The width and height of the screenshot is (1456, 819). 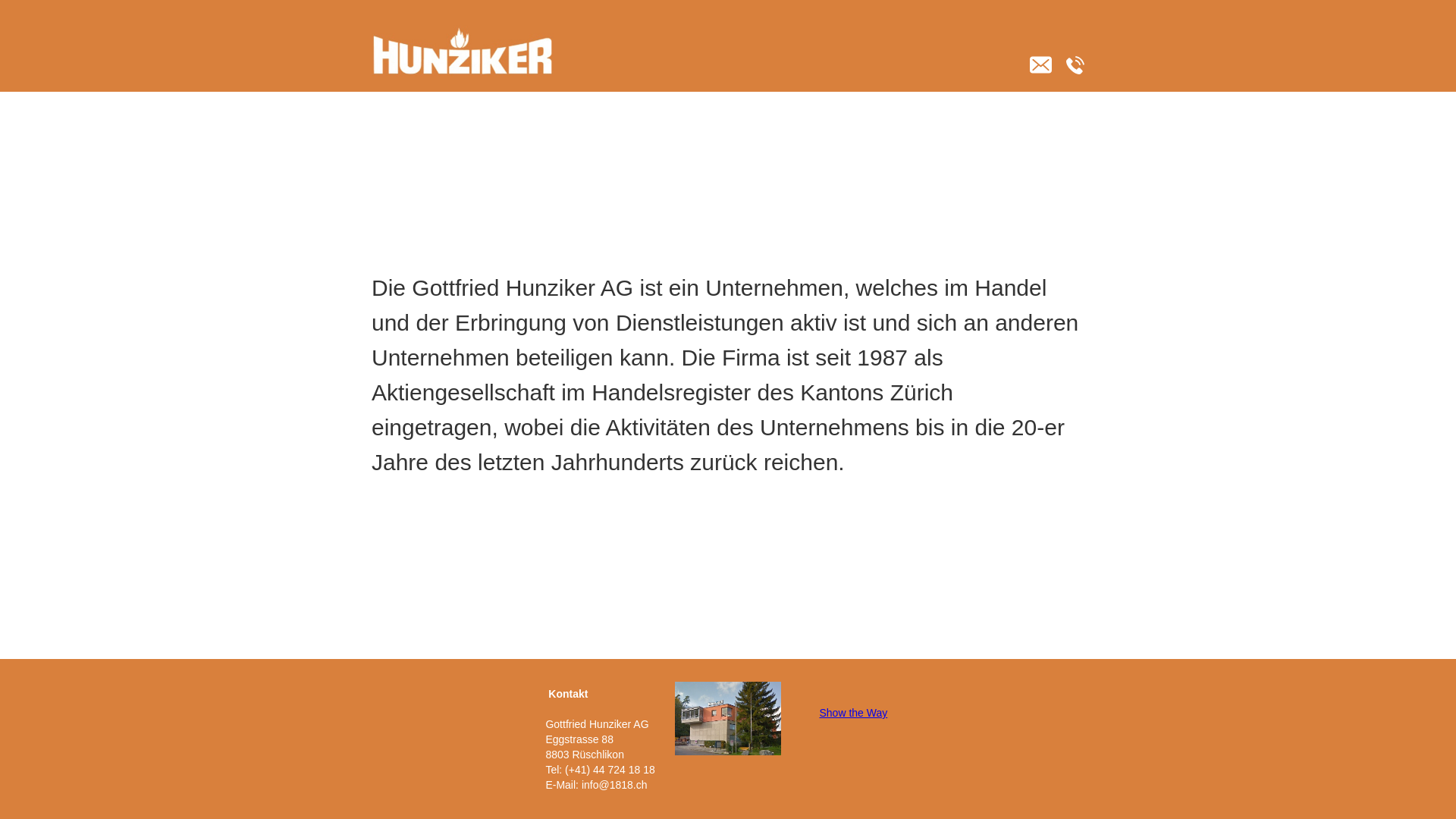 What do you see at coordinates (818, 713) in the screenshot?
I see `'Show the Way'` at bounding box center [818, 713].